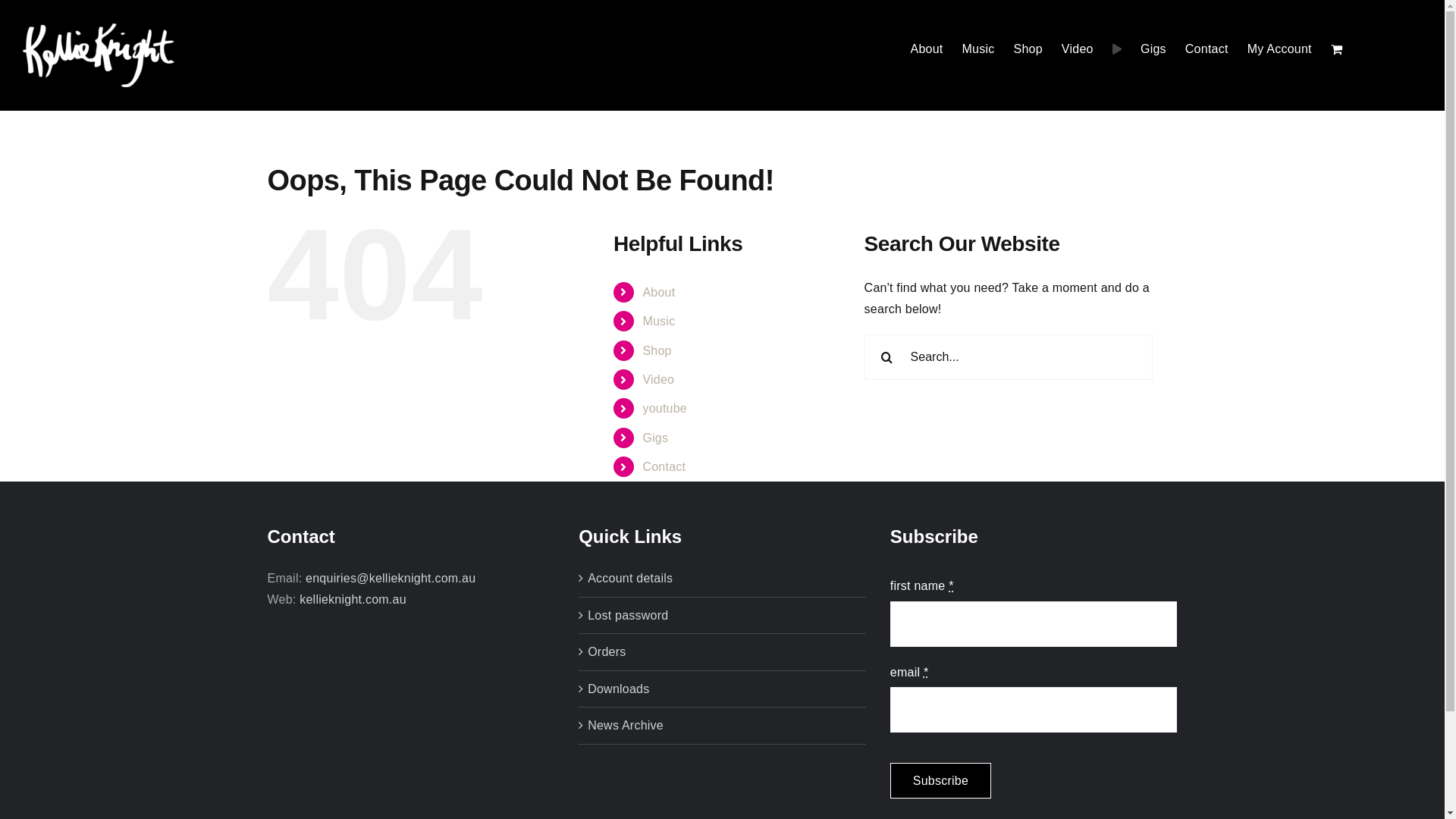 This screenshot has width=1456, height=819. What do you see at coordinates (722, 579) in the screenshot?
I see `'Account details'` at bounding box center [722, 579].